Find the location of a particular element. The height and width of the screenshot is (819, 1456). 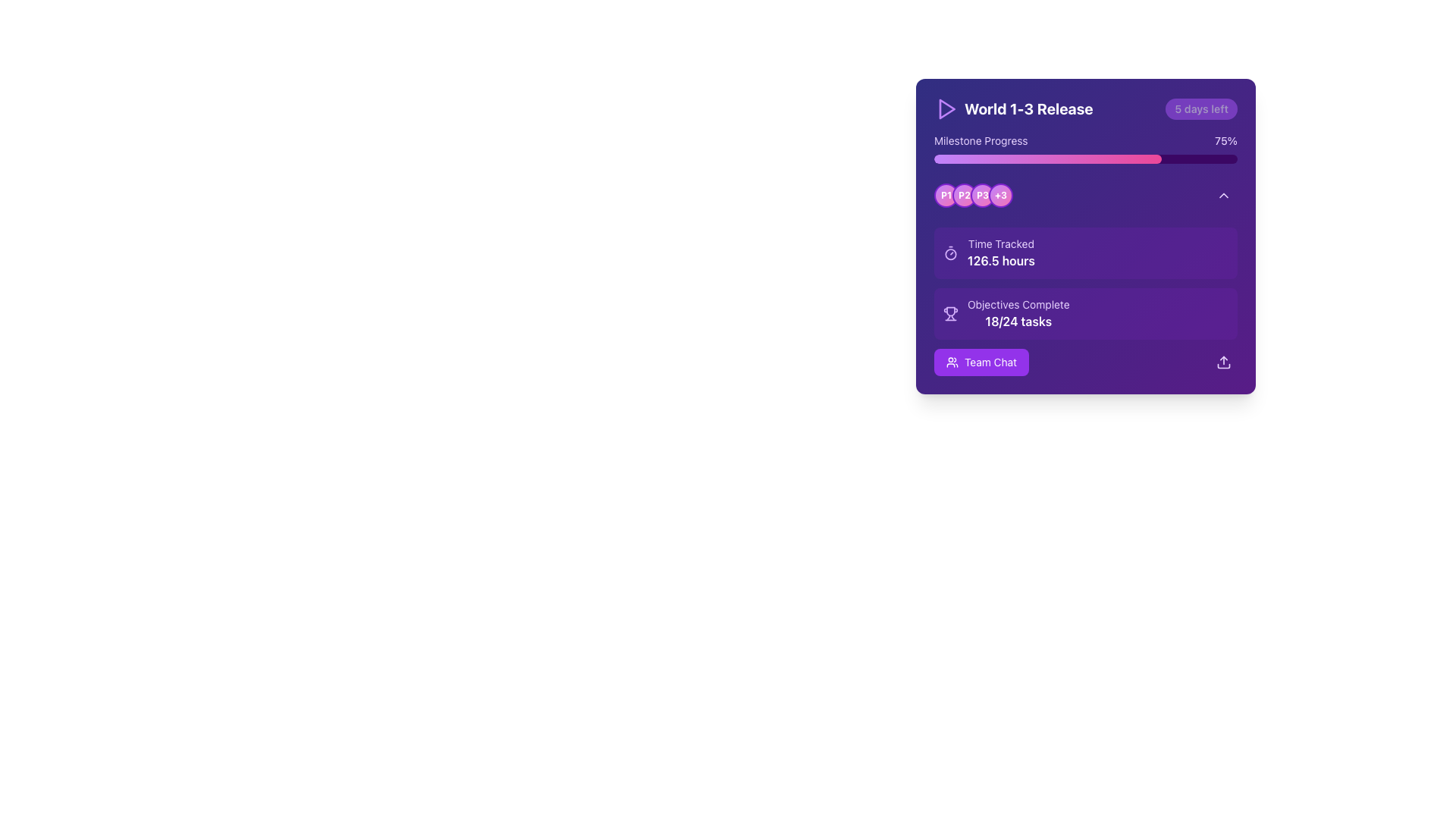

the label indicating '5 days left' which is positioned at the upper-right corner of the dashboard widget for 'World 1-3 Release' is located at coordinates (1200, 108).